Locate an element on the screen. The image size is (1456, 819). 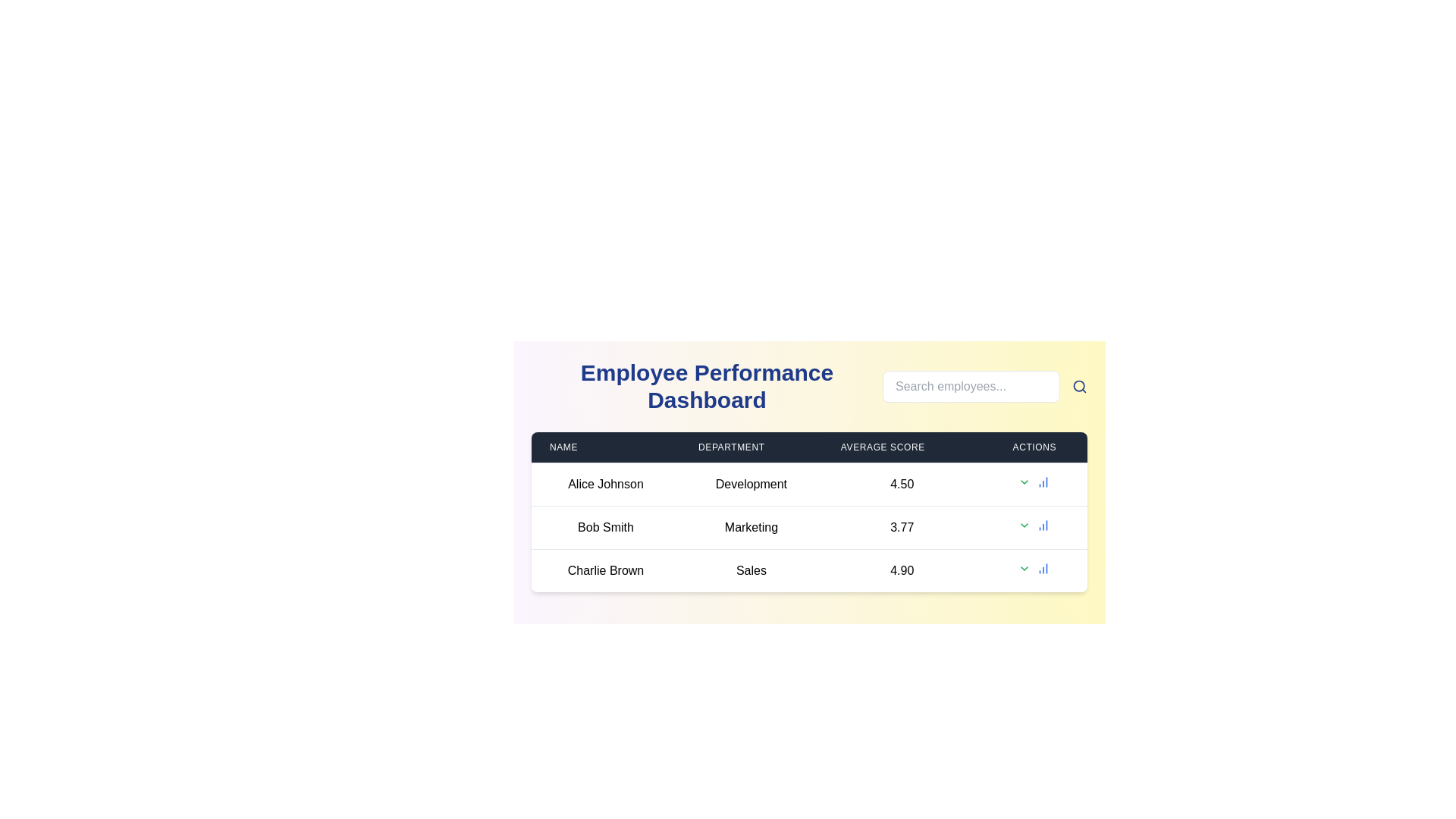
details of the first row in the table containing information about 'Alice Johnson', including her department, score, and actions is located at coordinates (808, 485).